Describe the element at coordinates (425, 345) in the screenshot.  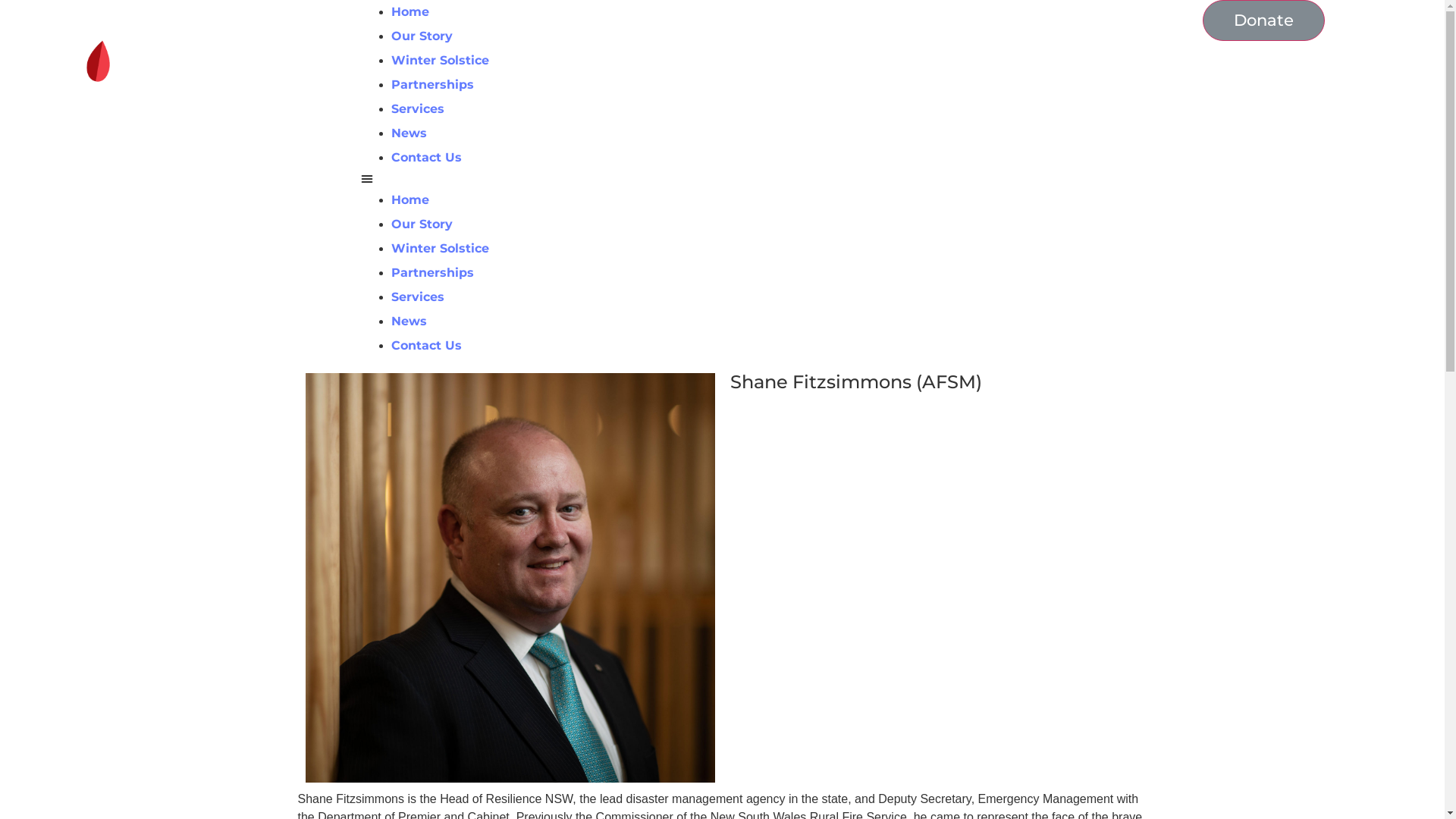
I see `'Contact Us'` at that location.